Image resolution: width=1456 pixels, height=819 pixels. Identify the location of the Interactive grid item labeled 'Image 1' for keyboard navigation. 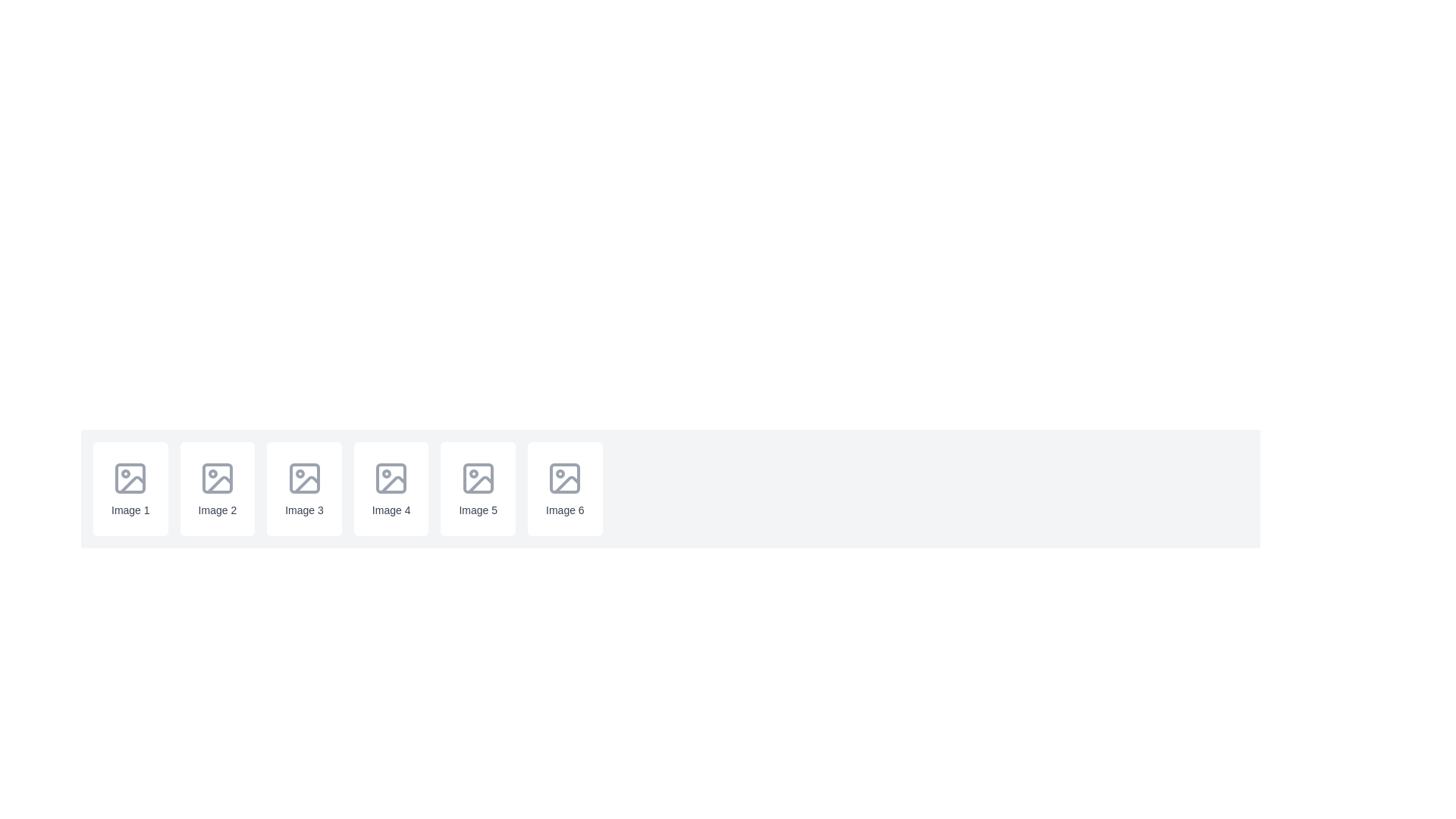
(130, 488).